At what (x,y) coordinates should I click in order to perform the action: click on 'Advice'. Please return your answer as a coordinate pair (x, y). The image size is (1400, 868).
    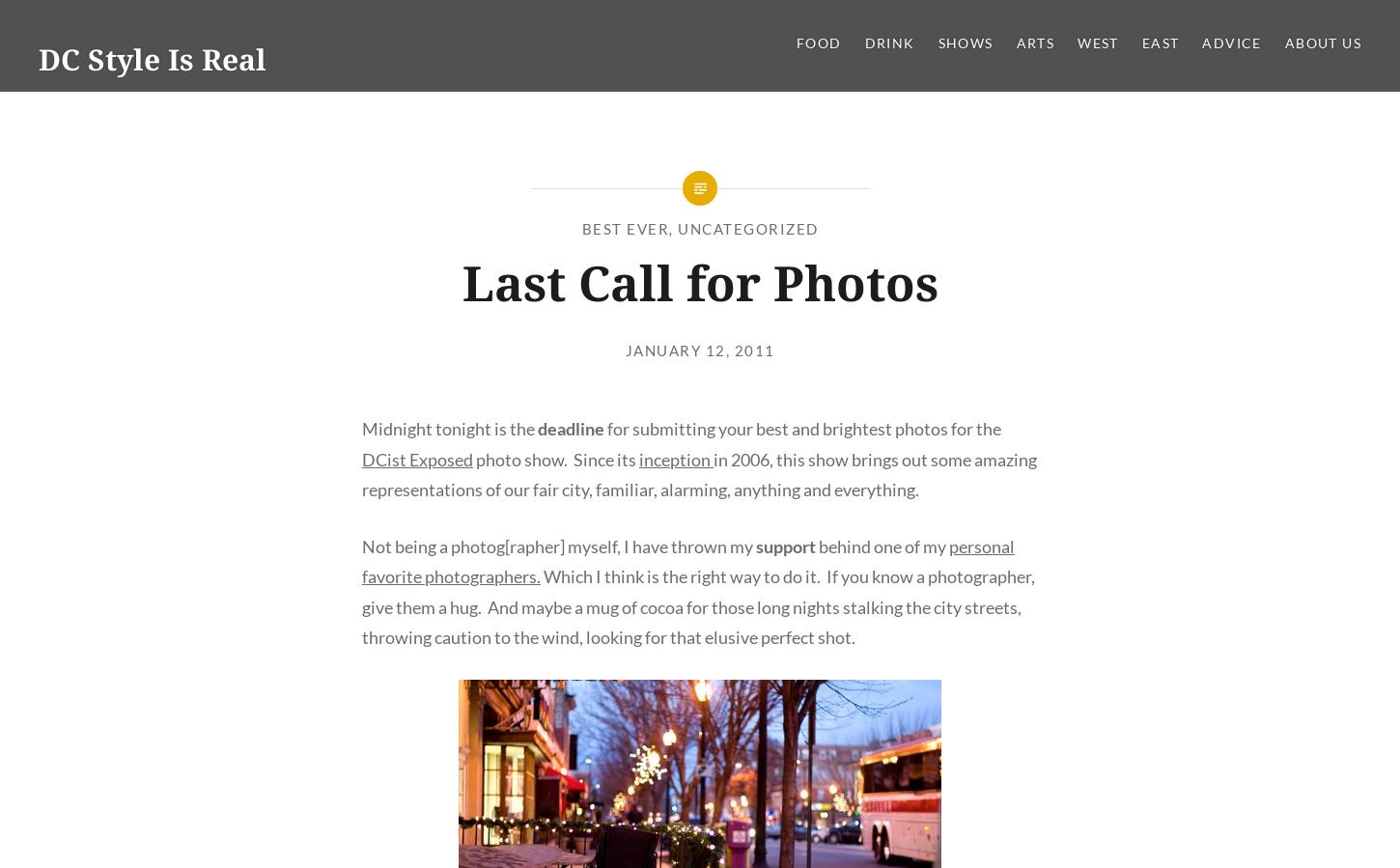
    Looking at the image, I should click on (1231, 42).